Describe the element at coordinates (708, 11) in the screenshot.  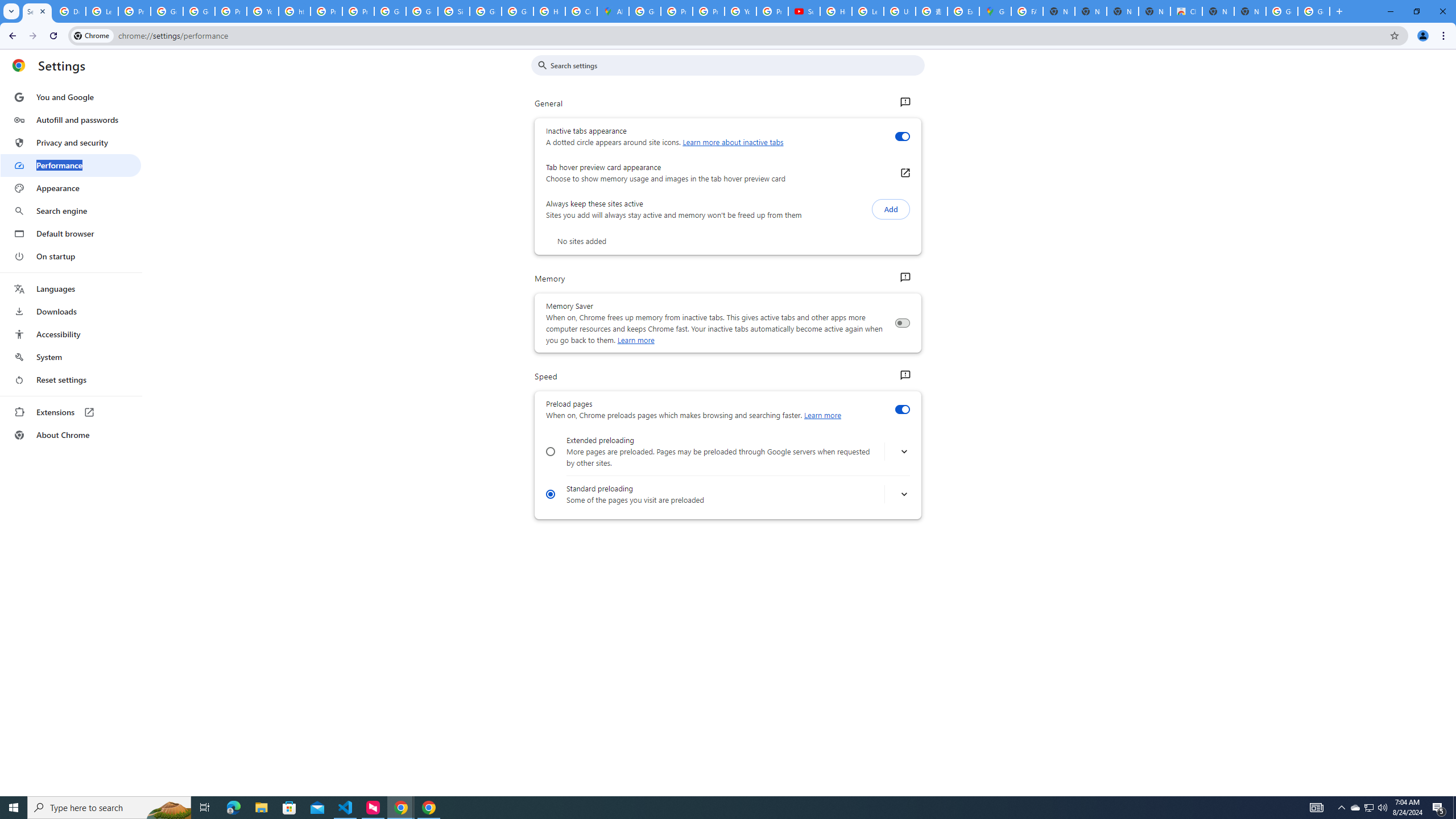
I see `'Privacy Help Center - Policies Help'` at that location.